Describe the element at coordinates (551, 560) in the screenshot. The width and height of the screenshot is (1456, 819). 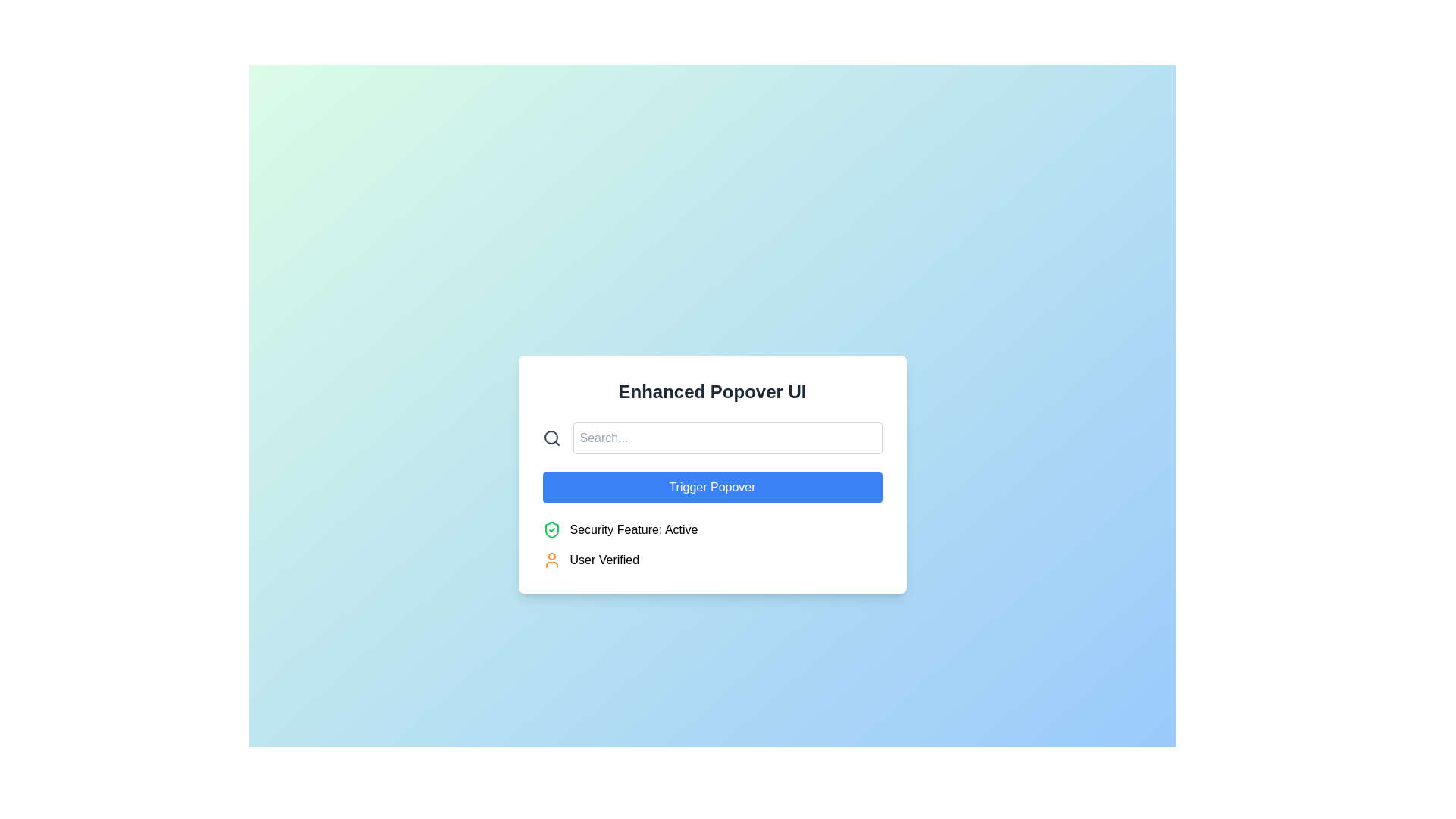
I see `the user verification icon located to the left of the 'User Verified' text` at that location.